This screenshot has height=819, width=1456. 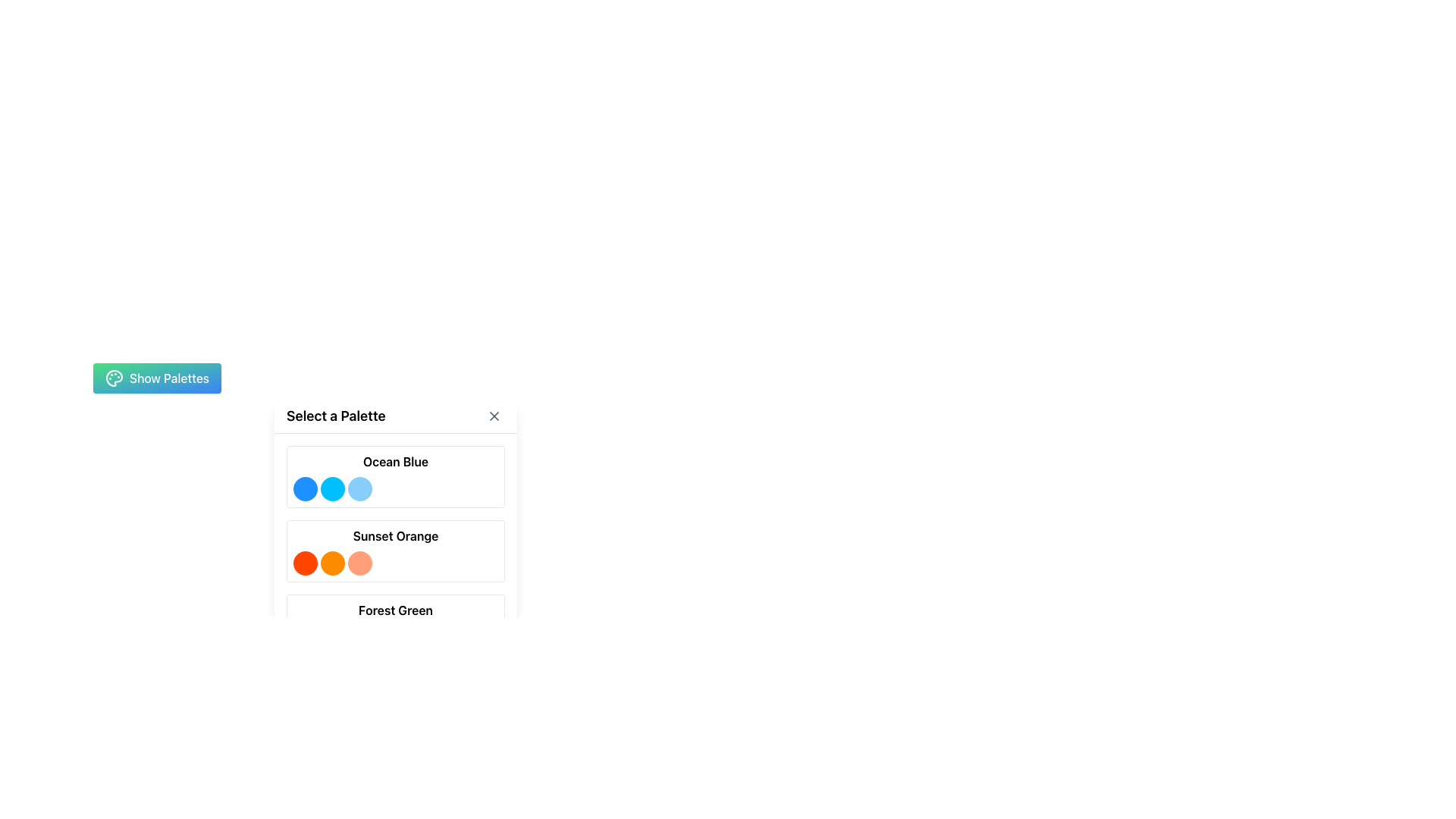 What do you see at coordinates (396, 551) in the screenshot?
I see `the 'Sunset Orange' Palette display block` at bounding box center [396, 551].